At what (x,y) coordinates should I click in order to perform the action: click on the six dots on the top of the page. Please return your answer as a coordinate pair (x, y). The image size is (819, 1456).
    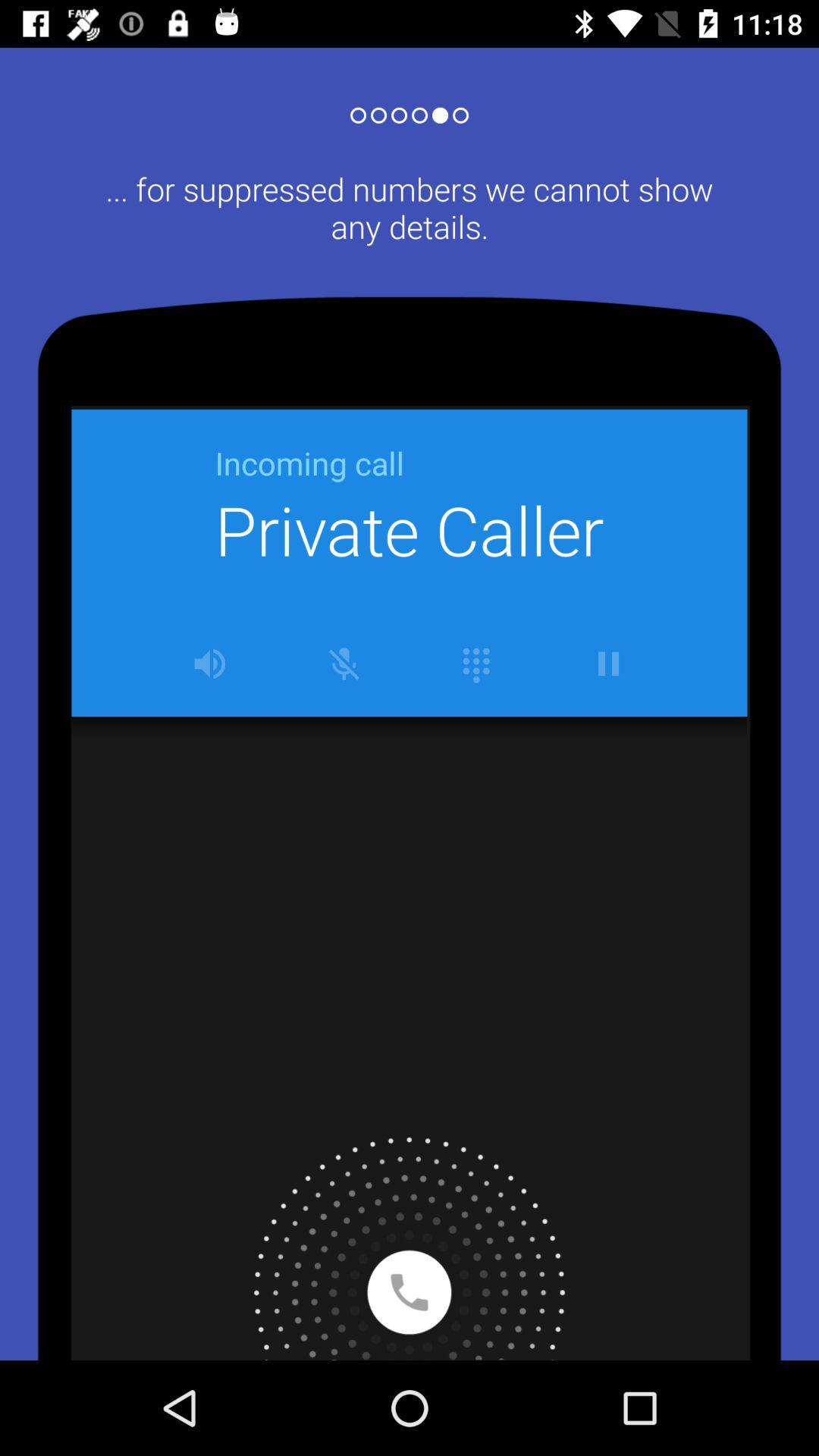
    Looking at the image, I should click on (409, 108).